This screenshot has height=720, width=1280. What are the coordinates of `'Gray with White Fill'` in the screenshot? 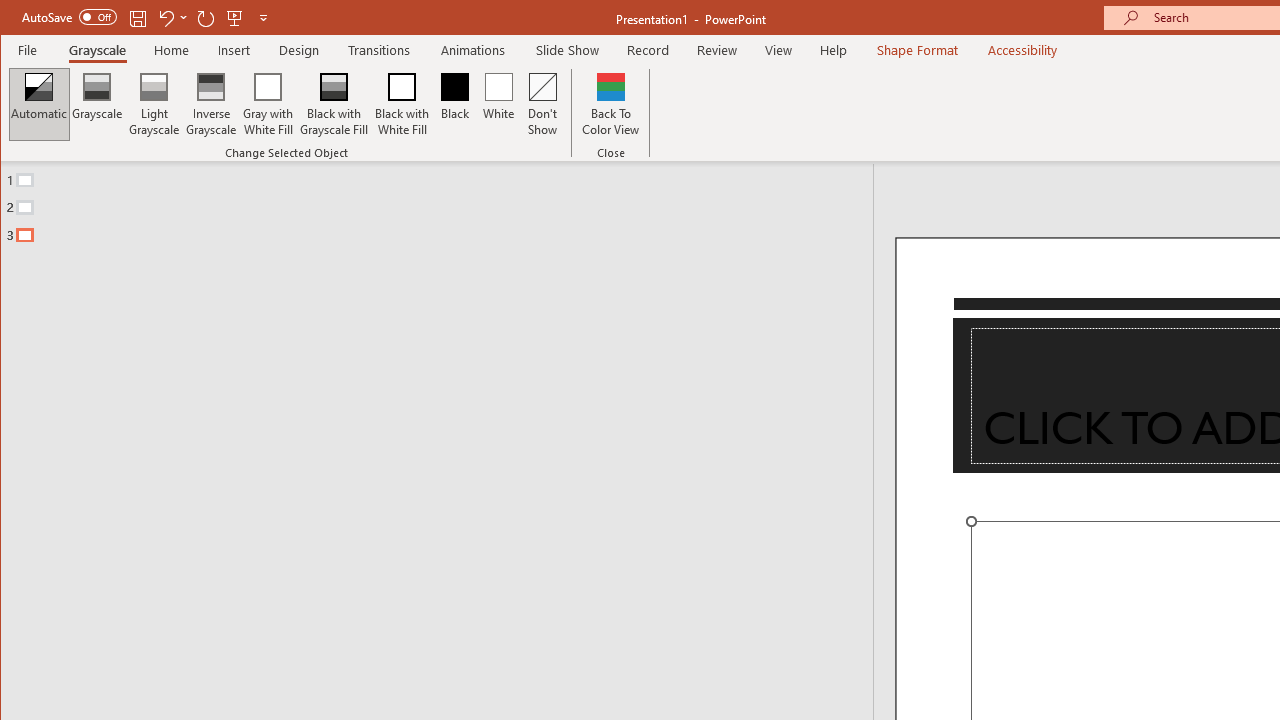 It's located at (267, 104).